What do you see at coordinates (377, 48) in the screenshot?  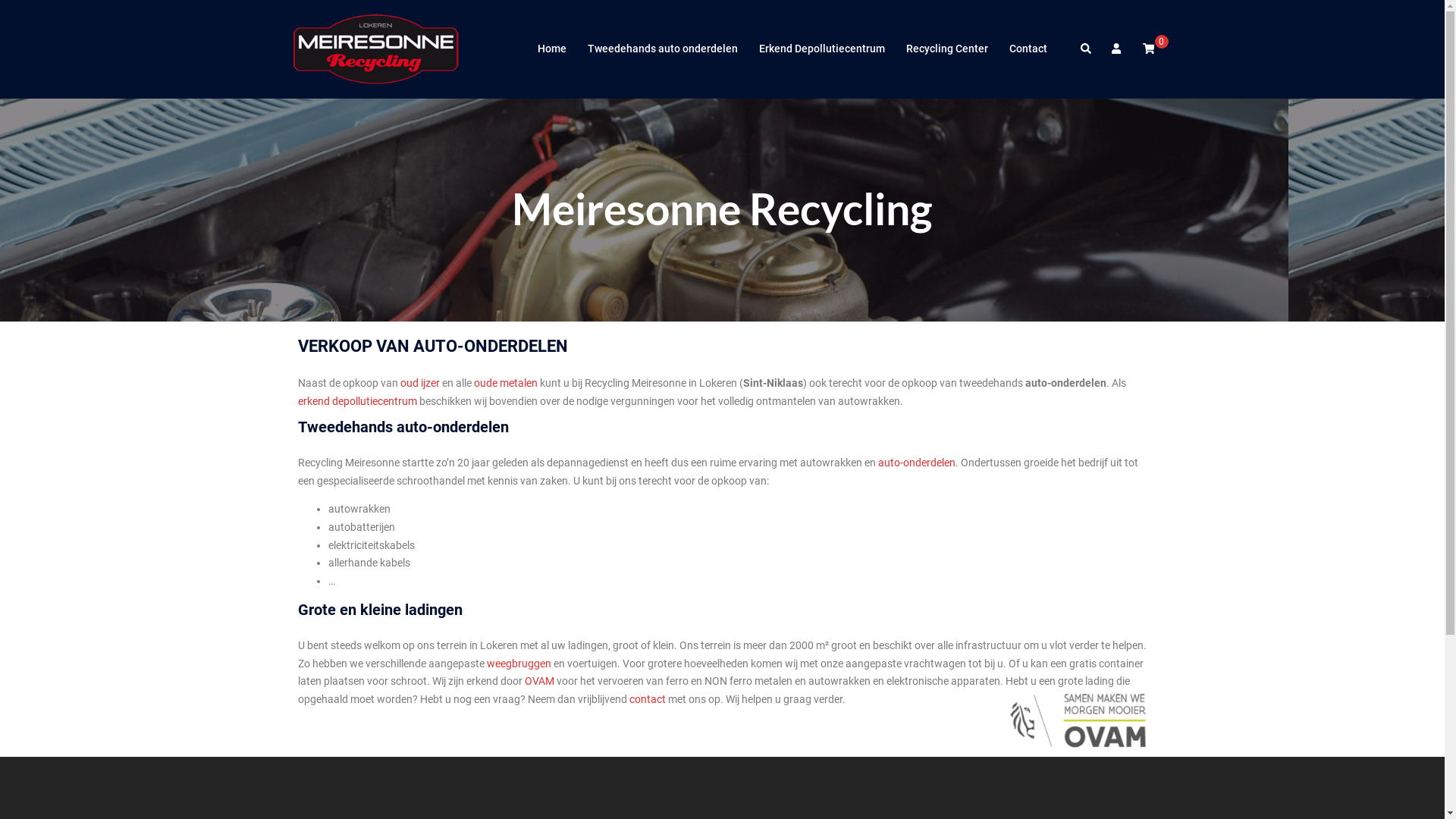 I see `'Meiresonne'` at bounding box center [377, 48].